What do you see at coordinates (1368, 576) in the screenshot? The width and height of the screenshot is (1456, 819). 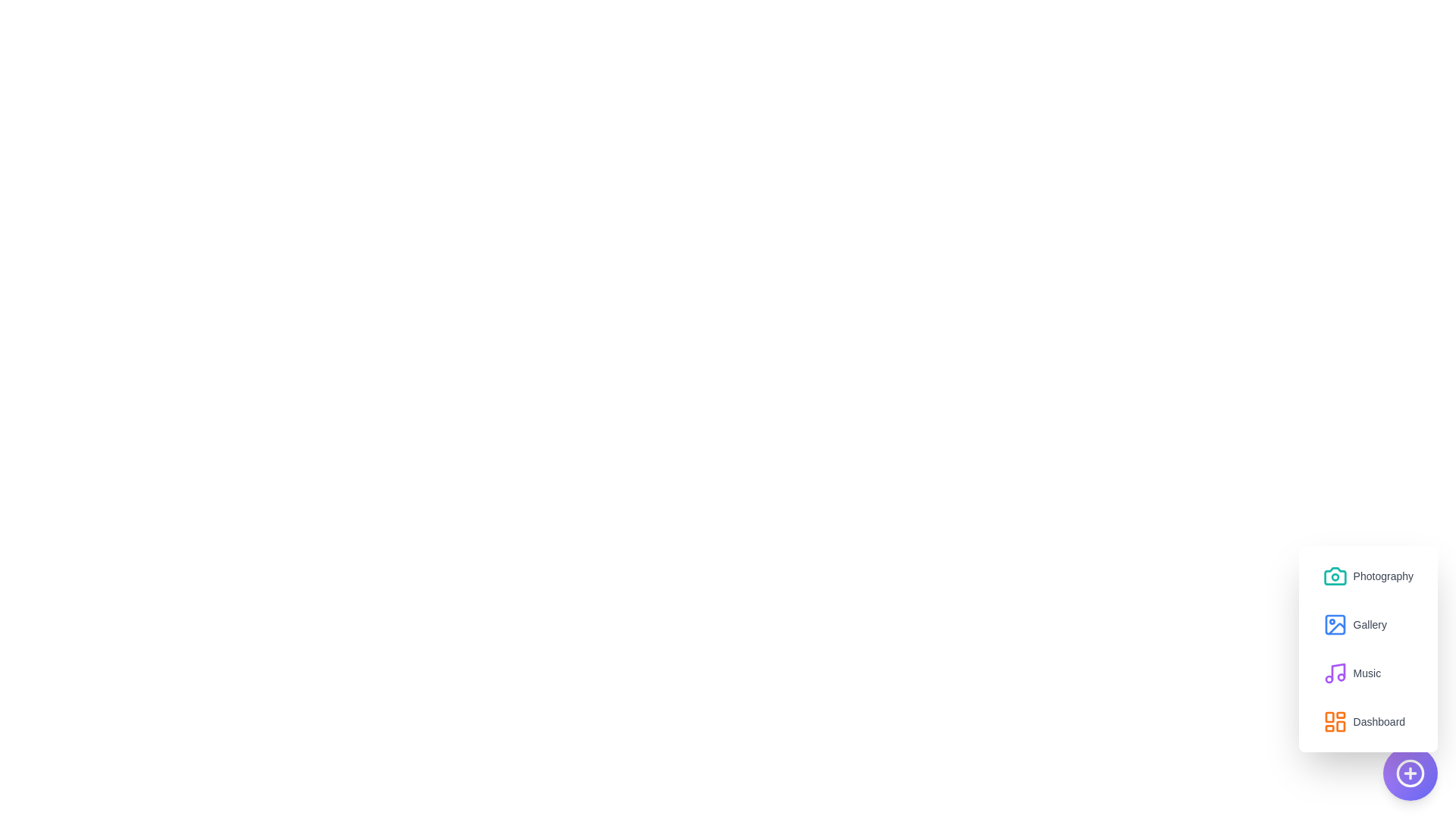 I see `the 'Photography' button in the menu` at bounding box center [1368, 576].